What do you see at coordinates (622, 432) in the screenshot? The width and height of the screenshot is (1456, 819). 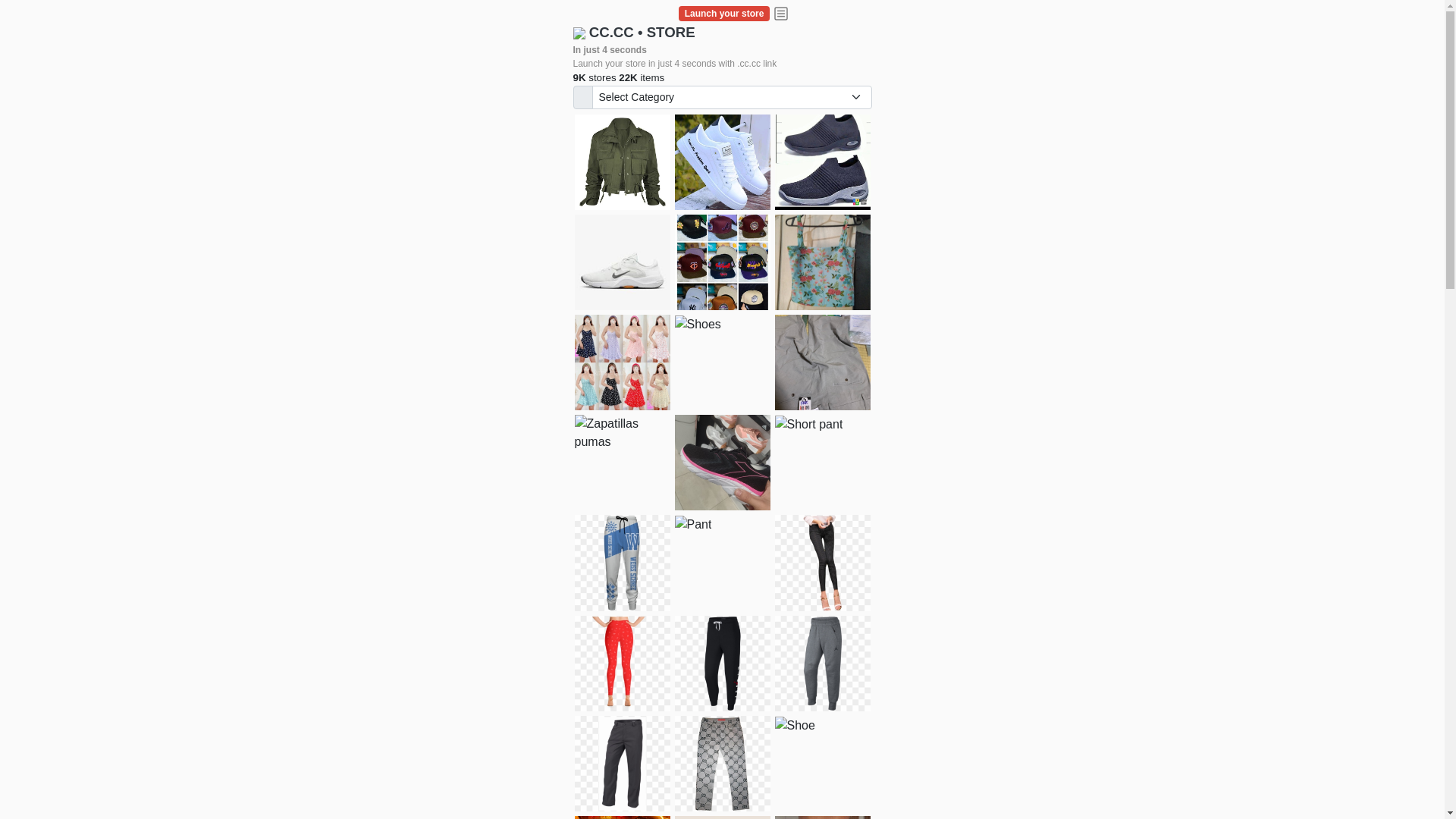 I see `'Zapatillas pumas'` at bounding box center [622, 432].